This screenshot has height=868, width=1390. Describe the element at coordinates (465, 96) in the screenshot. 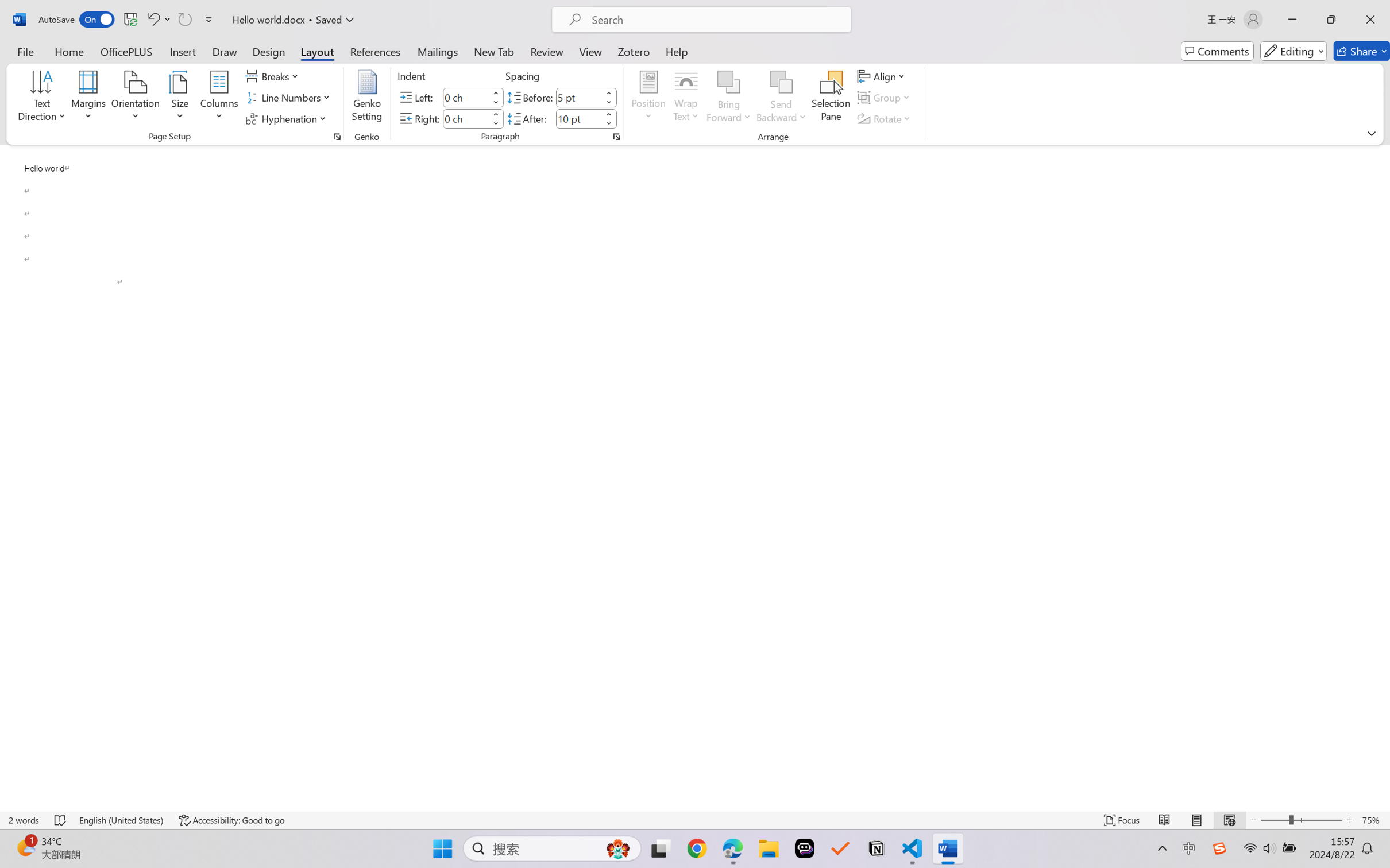

I see `'Indent Left'` at that location.